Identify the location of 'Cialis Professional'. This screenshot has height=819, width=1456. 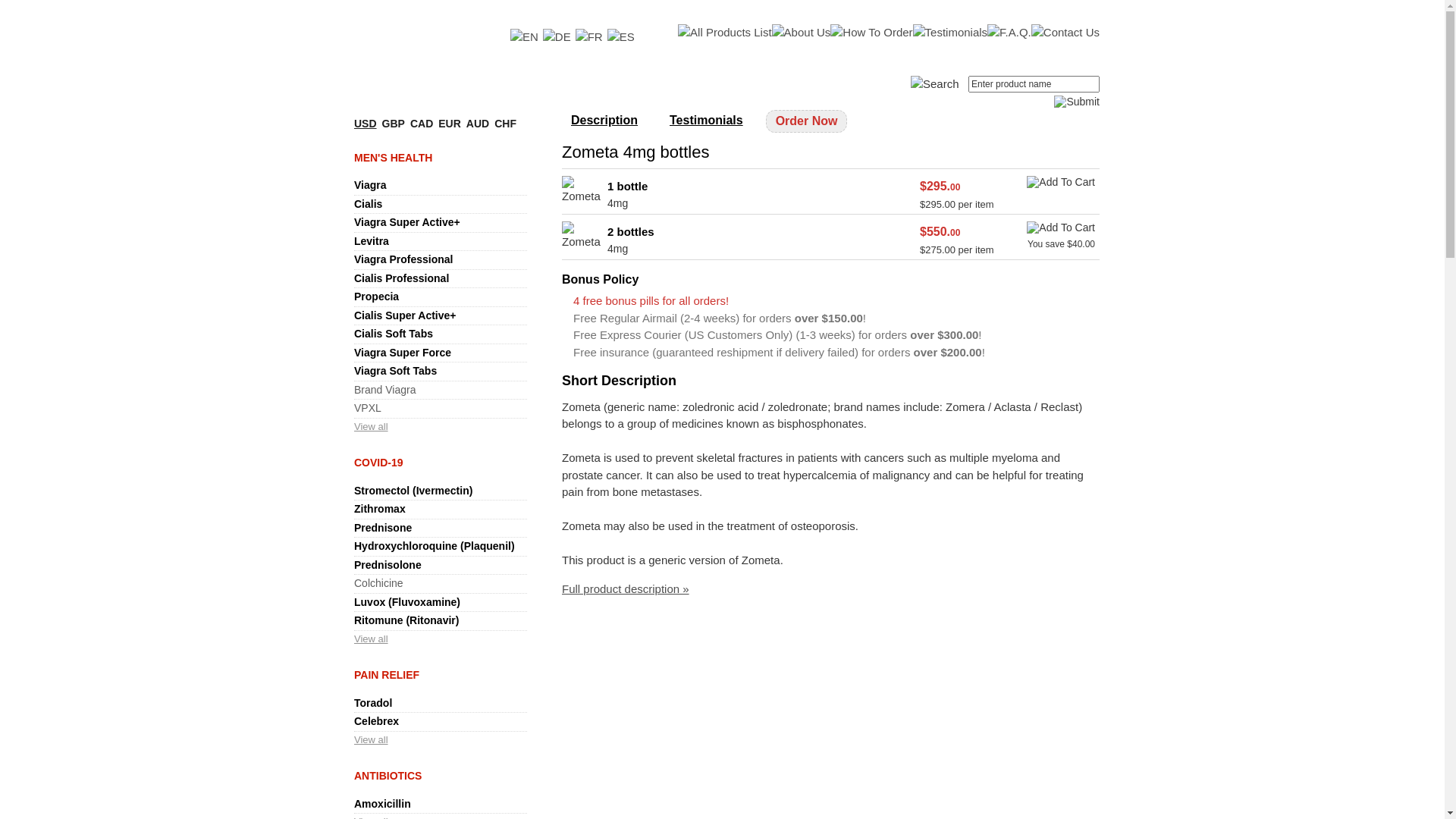
(401, 278).